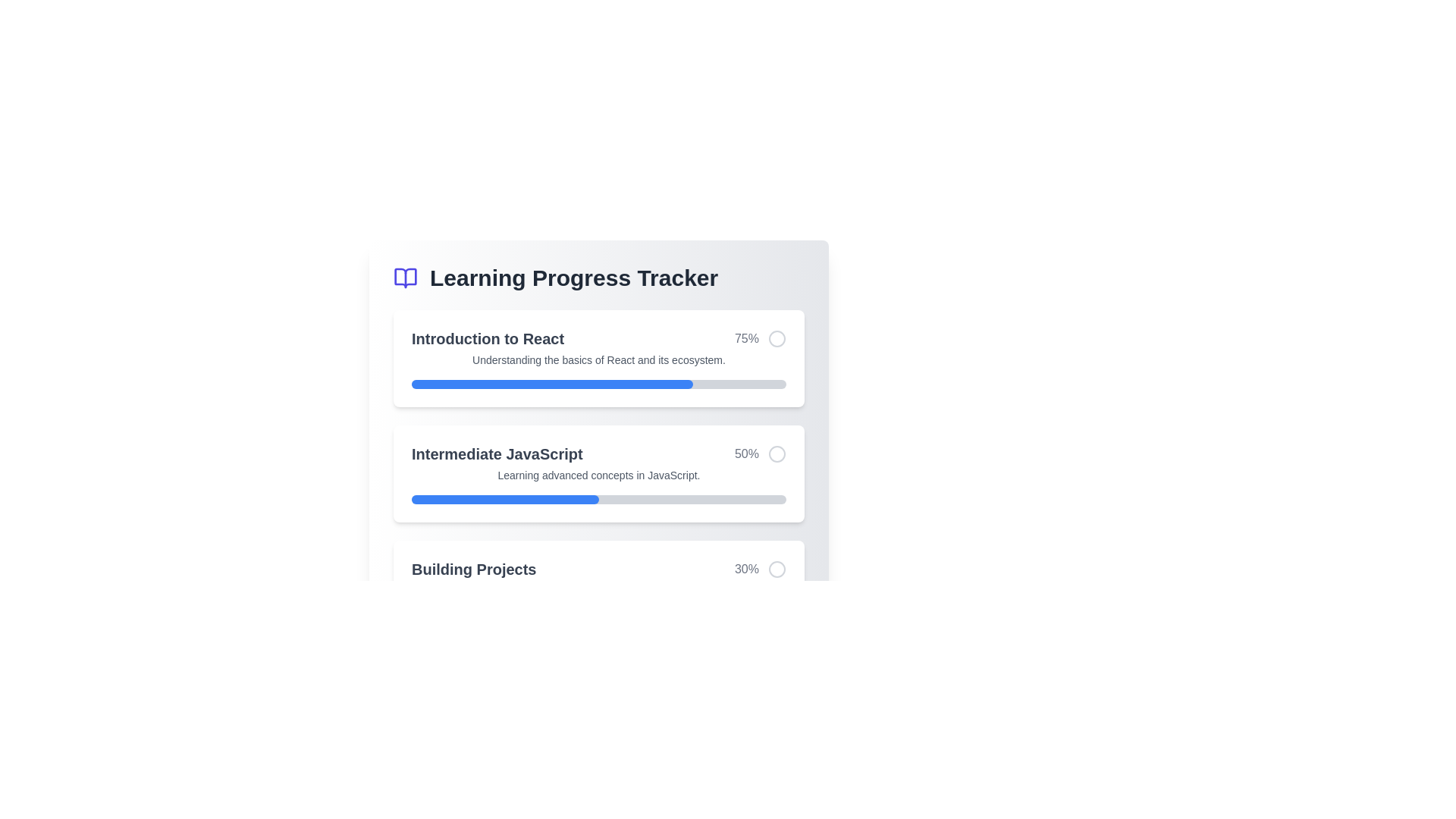 Image resolution: width=1456 pixels, height=819 pixels. What do you see at coordinates (777, 453) in the screenshot?
I see `circular gray icon representing a progress tracker, located to the right of the 'Intermediate JavaScript' item` at bounding box center [777, 453].